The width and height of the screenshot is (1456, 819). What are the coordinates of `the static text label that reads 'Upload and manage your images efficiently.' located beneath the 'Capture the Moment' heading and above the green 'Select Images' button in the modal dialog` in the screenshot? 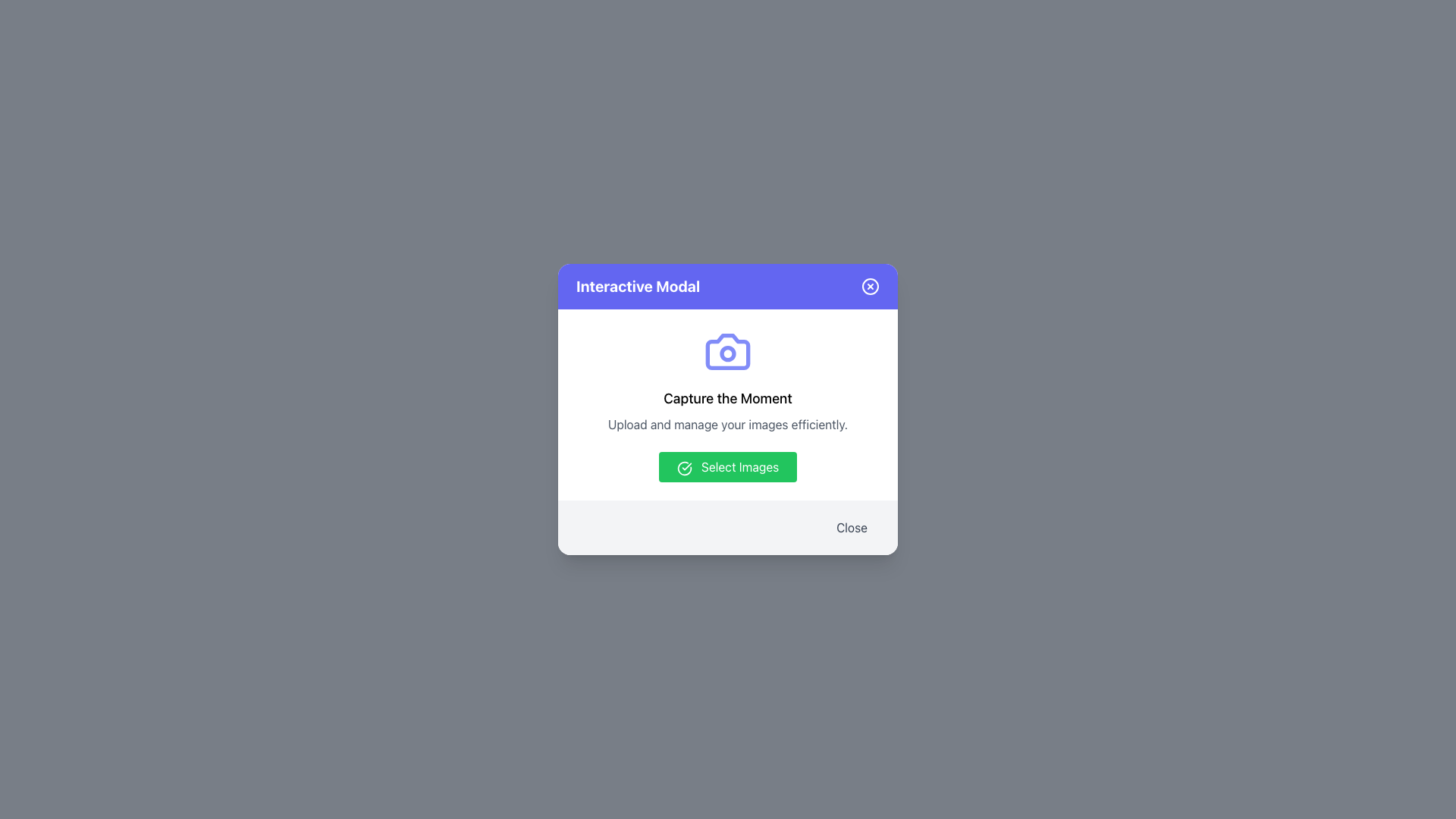 It's located at (728, 424).